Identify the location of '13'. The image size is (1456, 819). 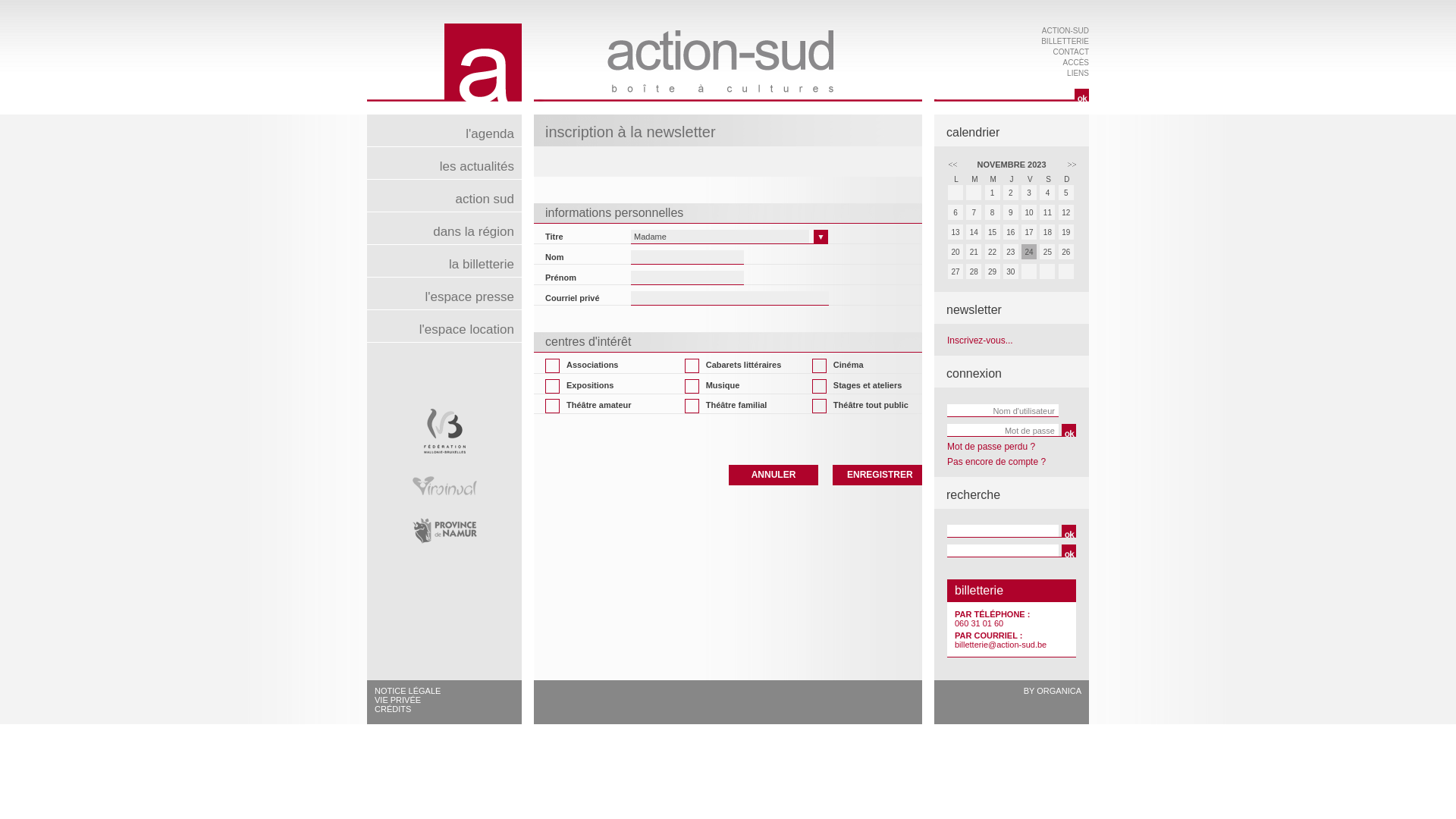
(955, 234).